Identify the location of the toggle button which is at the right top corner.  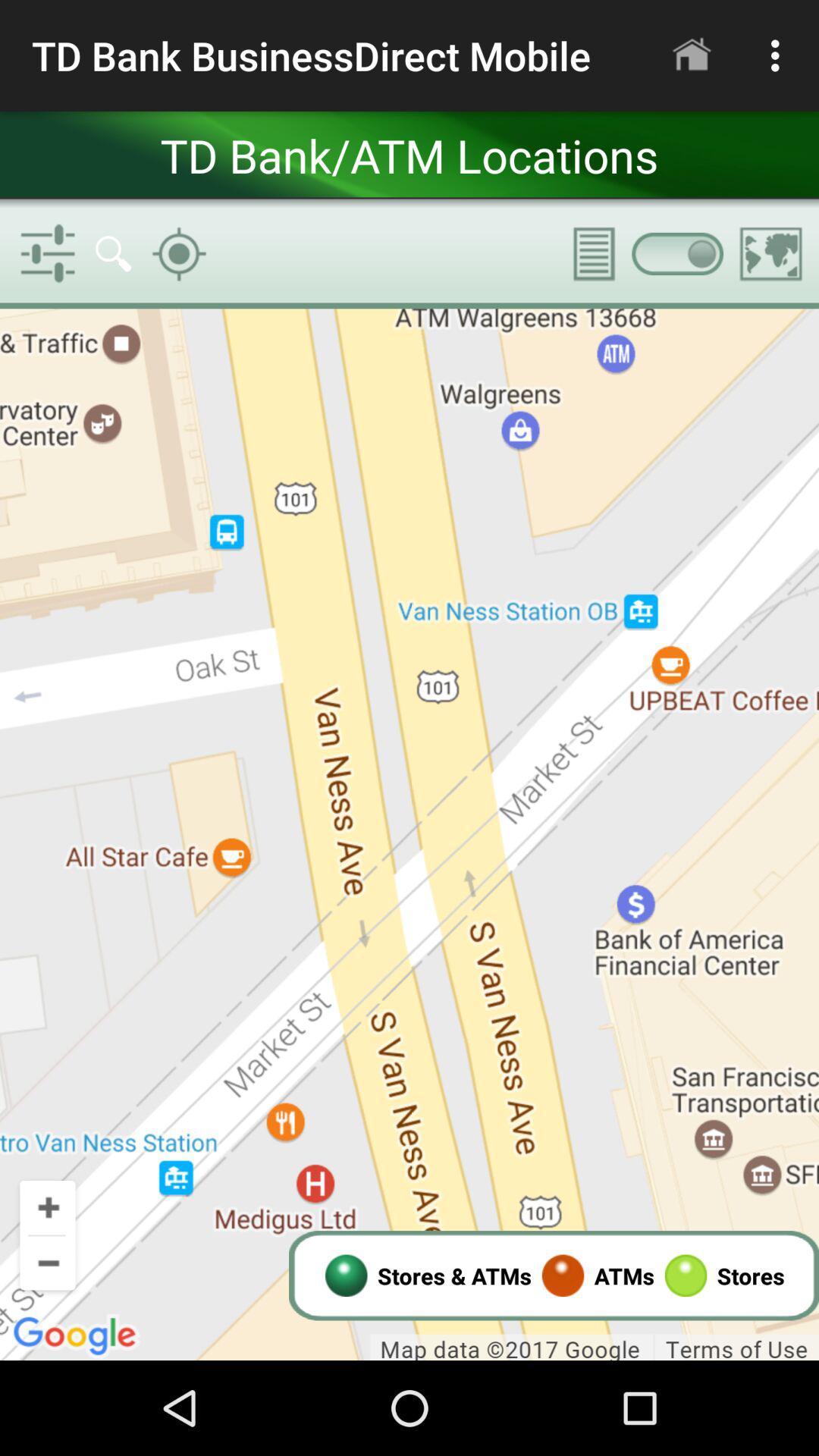
(676, 254).